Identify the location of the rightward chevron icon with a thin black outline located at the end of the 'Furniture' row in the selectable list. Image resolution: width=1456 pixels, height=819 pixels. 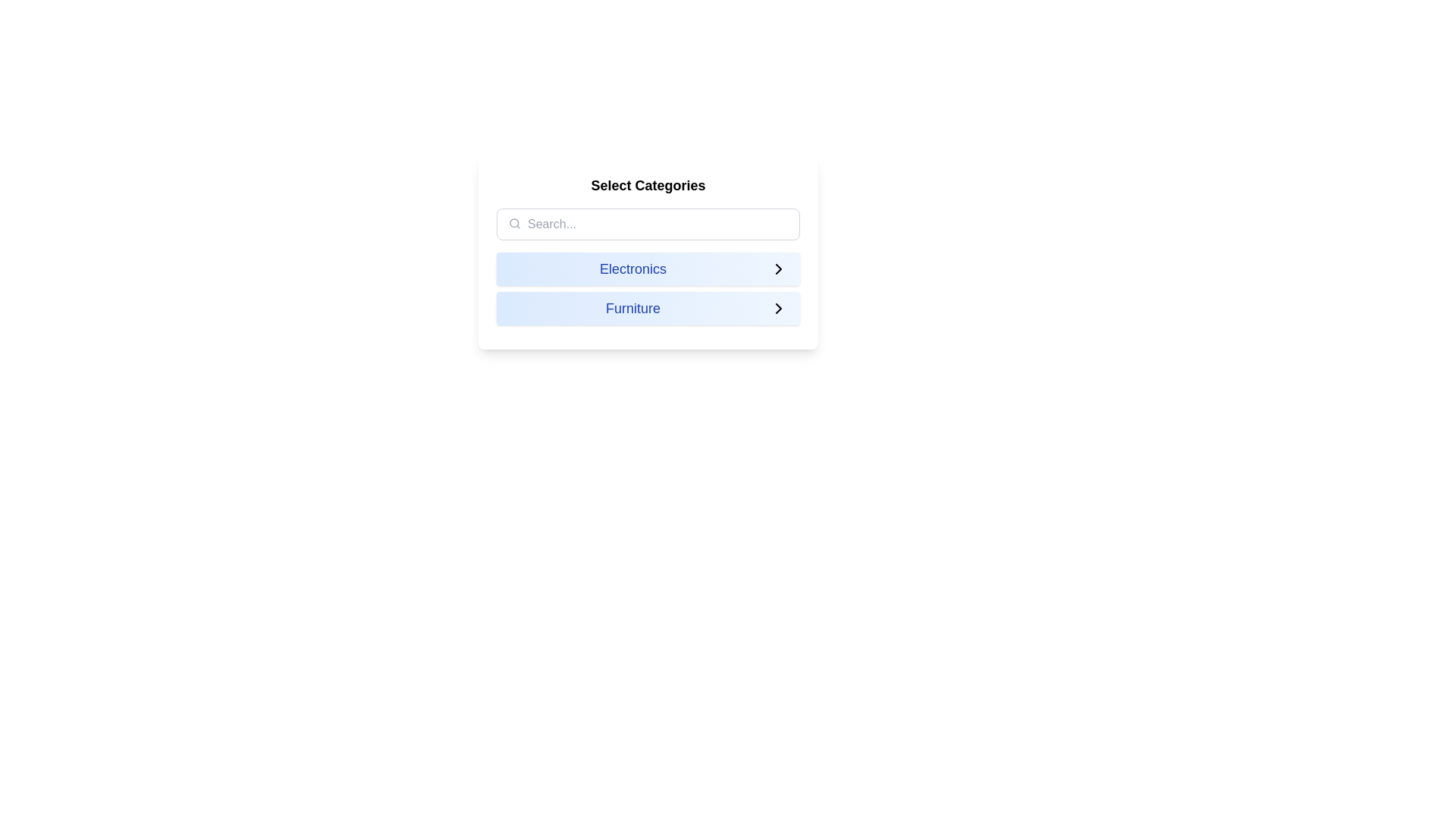
(779, 308).